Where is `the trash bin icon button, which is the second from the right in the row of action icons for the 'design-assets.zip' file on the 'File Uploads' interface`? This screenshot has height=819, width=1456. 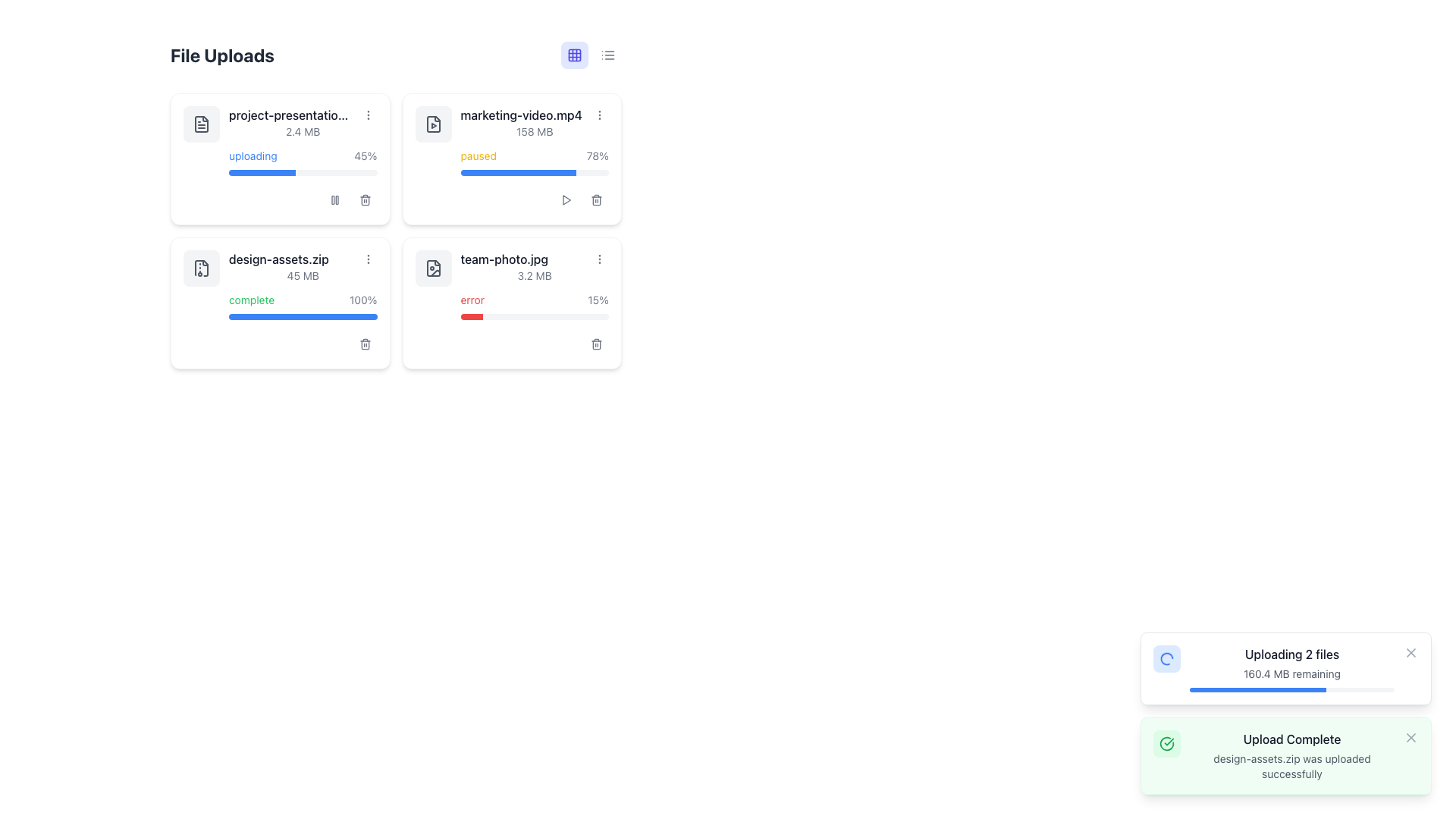
the trash bin icon button, which is the second from the right in the row of action icons for the 'design-assets.zip' file on the 'File Uploads' interface is located at coordinates (365, 344).